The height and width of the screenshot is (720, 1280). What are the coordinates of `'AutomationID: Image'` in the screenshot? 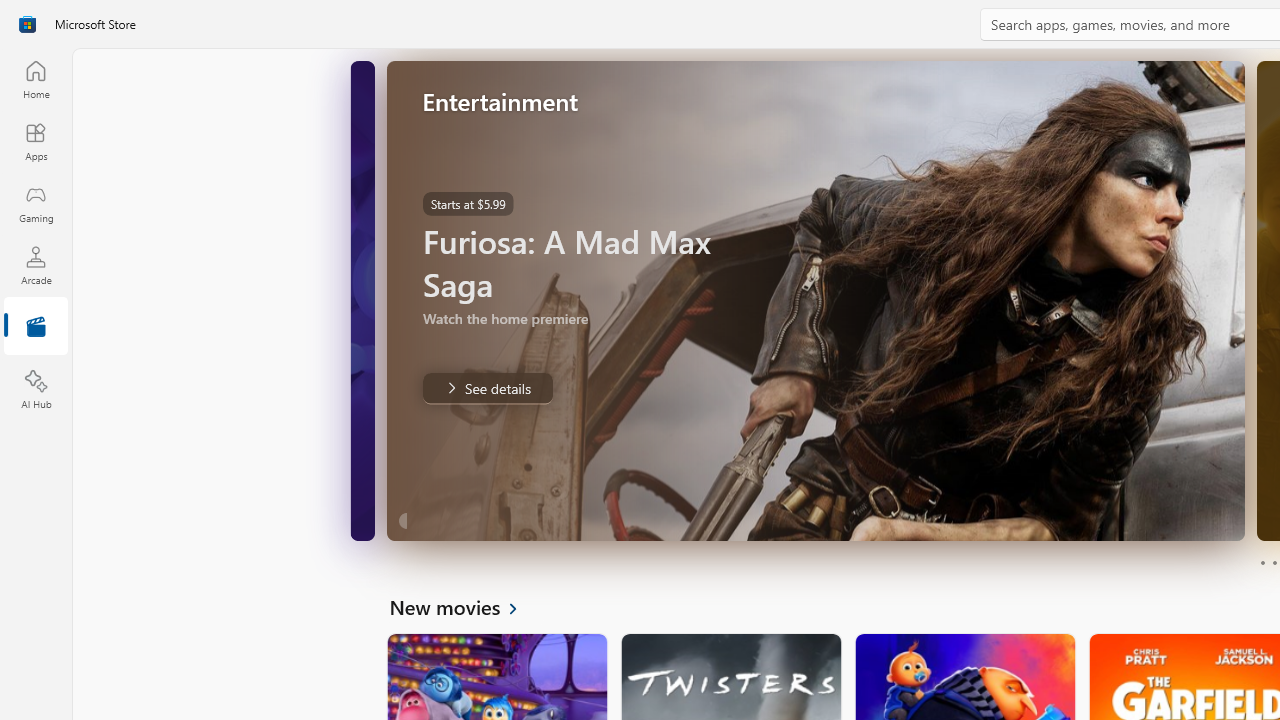 It's located at (815, 300).